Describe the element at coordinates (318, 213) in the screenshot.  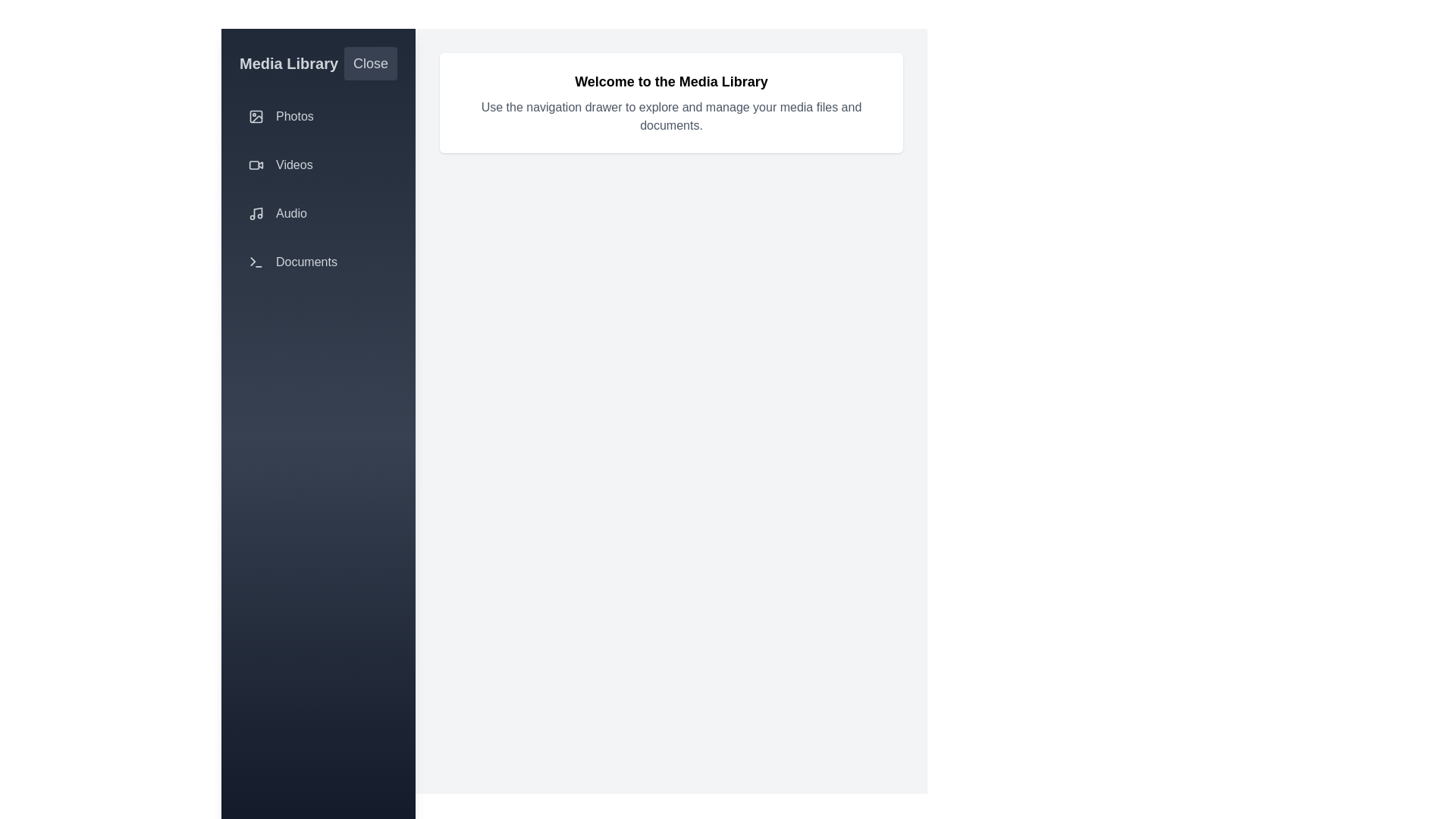
I see `the sidebar options: Audio` at that location.